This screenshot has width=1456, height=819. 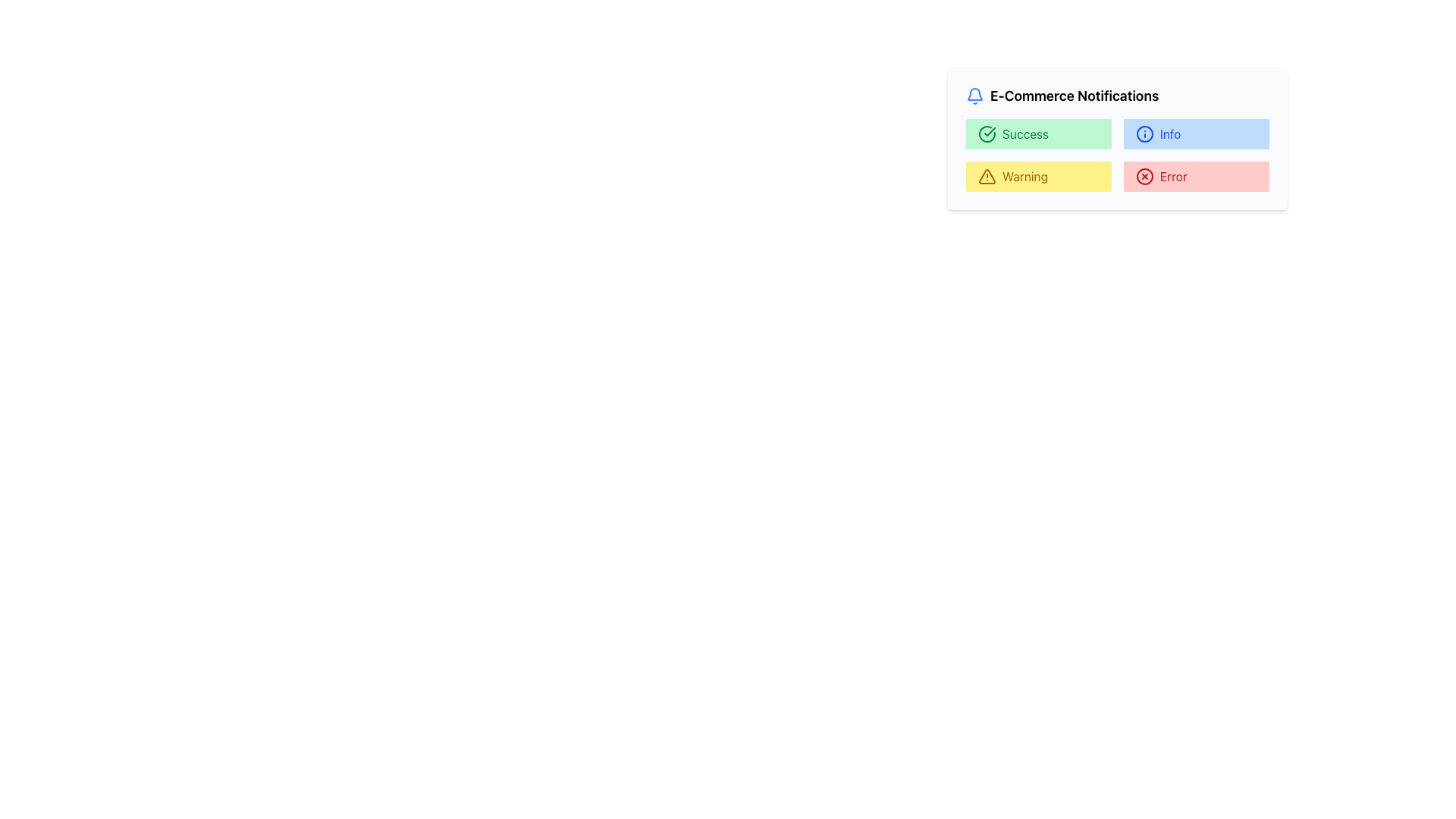 I want to click on the Header with Icon that features a blue bell icon and the text 'E-Commerce Notifications' aligned horizontally at the top of the box, so click(x=1117, y=96).